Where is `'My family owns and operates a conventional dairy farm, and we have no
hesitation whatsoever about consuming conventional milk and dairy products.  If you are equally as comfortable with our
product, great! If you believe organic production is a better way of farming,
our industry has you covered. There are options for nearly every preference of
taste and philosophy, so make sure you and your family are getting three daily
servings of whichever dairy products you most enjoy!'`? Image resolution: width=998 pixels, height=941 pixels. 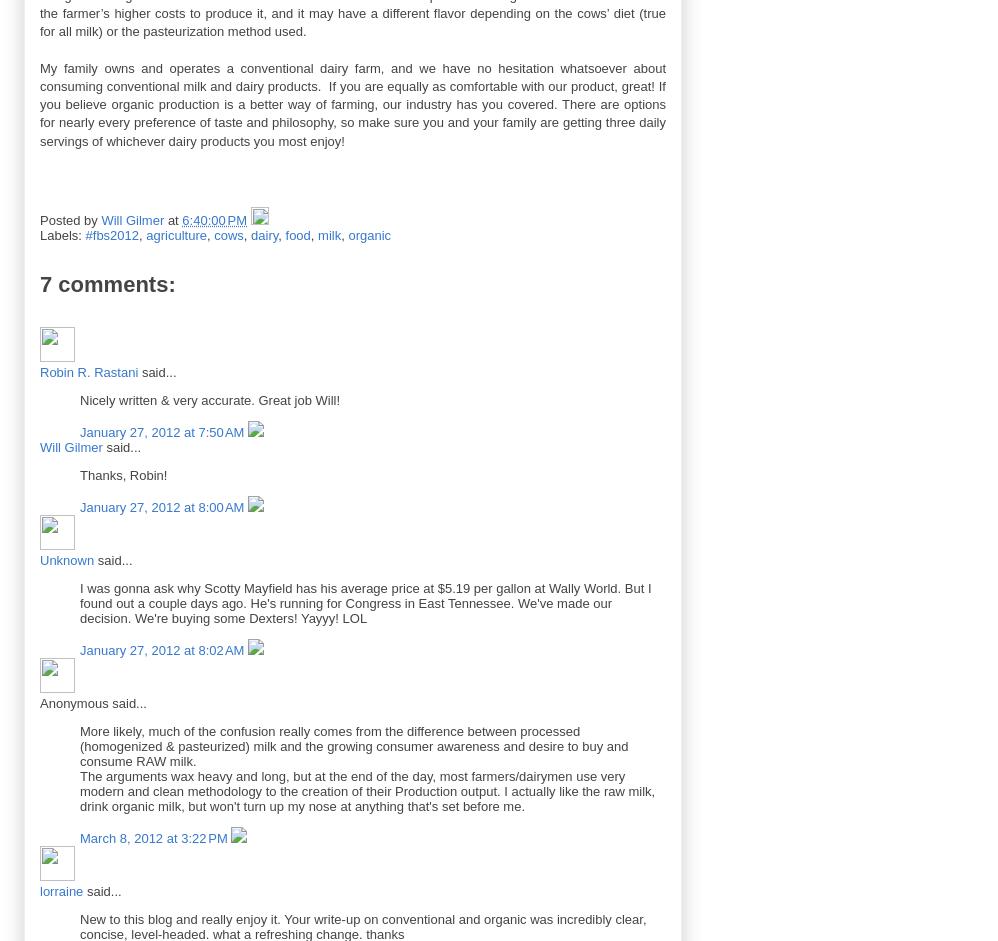 'My family owns and operates a conventional dairy farm, and we have no
hesitation whatsoever about consuming conventional milk and dairy products.  If you are equally as comfortable with our
product, great! If you believe organic production is a better way of farming,
our industry has you covered. There are options for nearly every preference of
taste and philosophy, so make sure you and your family are getting three daily
servings of whichever dairy products you most enjoy!' is located at coordinates (351, 103).